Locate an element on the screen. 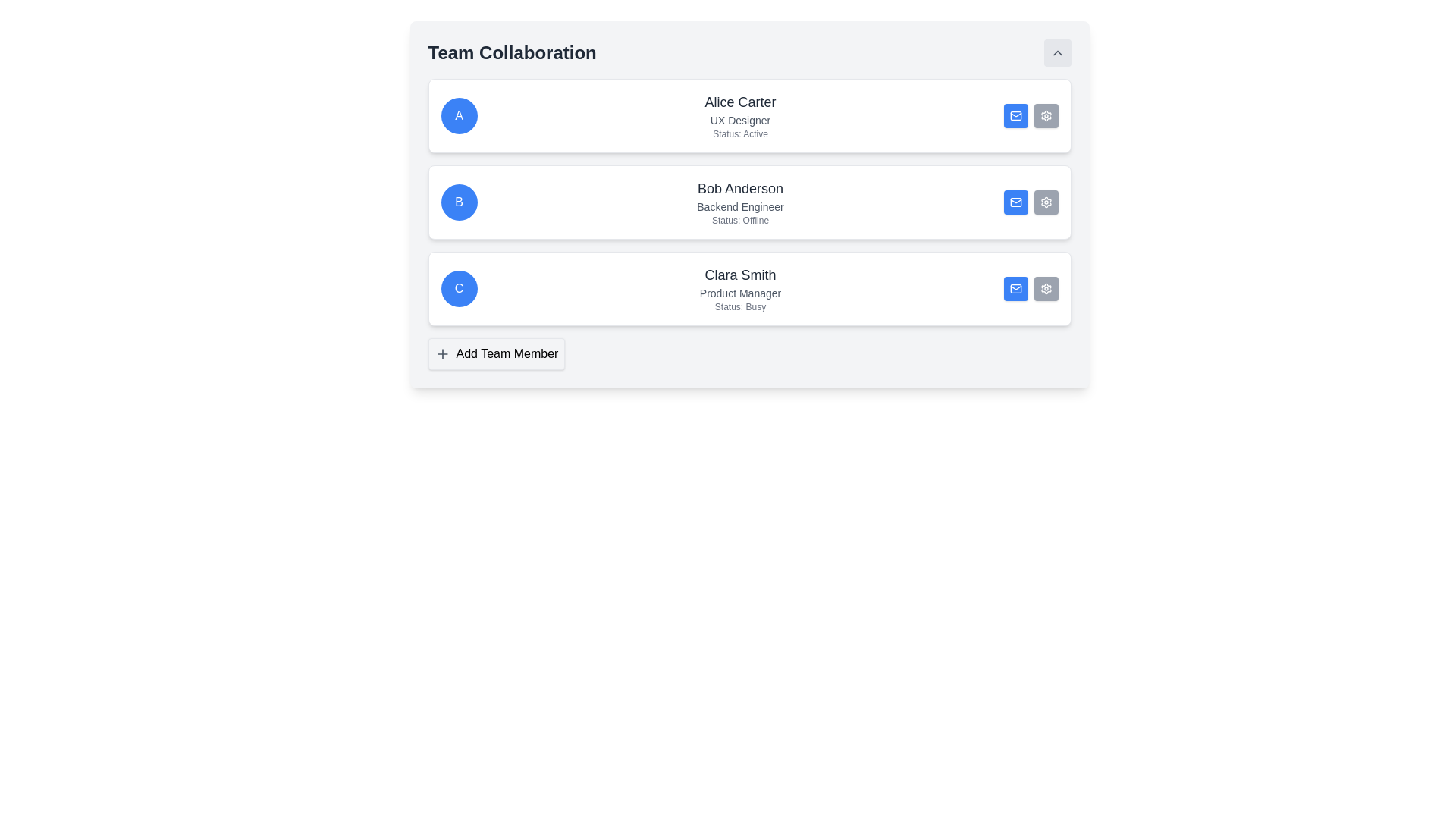  the 'Add Team Member' button located at the bottom of the 'Team Collaboration' section, which has a light gray background, rounded corners, and a plus icon on the left side of the text is located at coordinates (496, 353).